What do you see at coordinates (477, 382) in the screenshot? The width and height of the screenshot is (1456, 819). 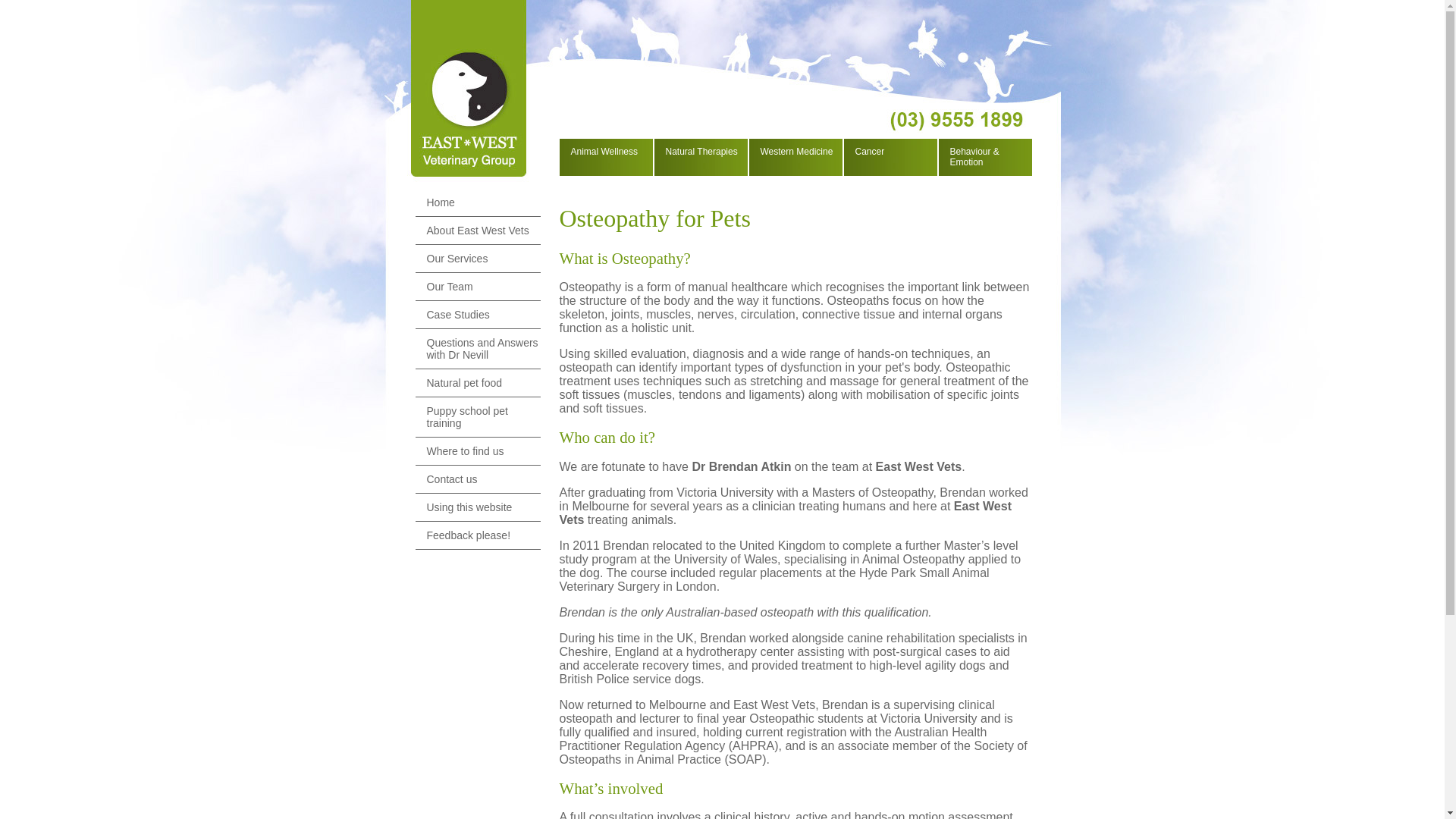 I see `'Natural pet food'` at bounding box center [477, 382].